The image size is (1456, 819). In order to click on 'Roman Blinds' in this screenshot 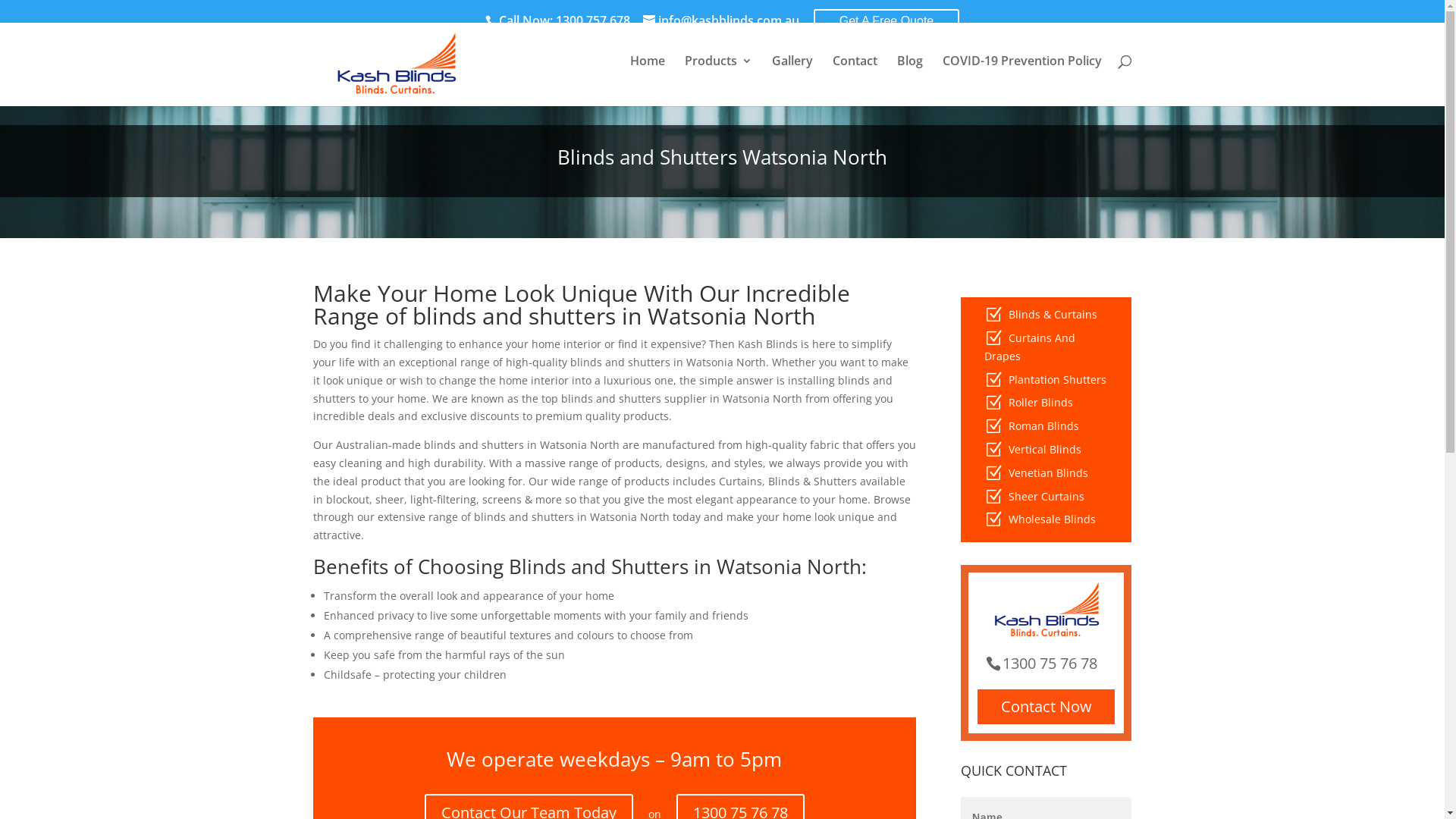, I will do `click(1043, 425)`.